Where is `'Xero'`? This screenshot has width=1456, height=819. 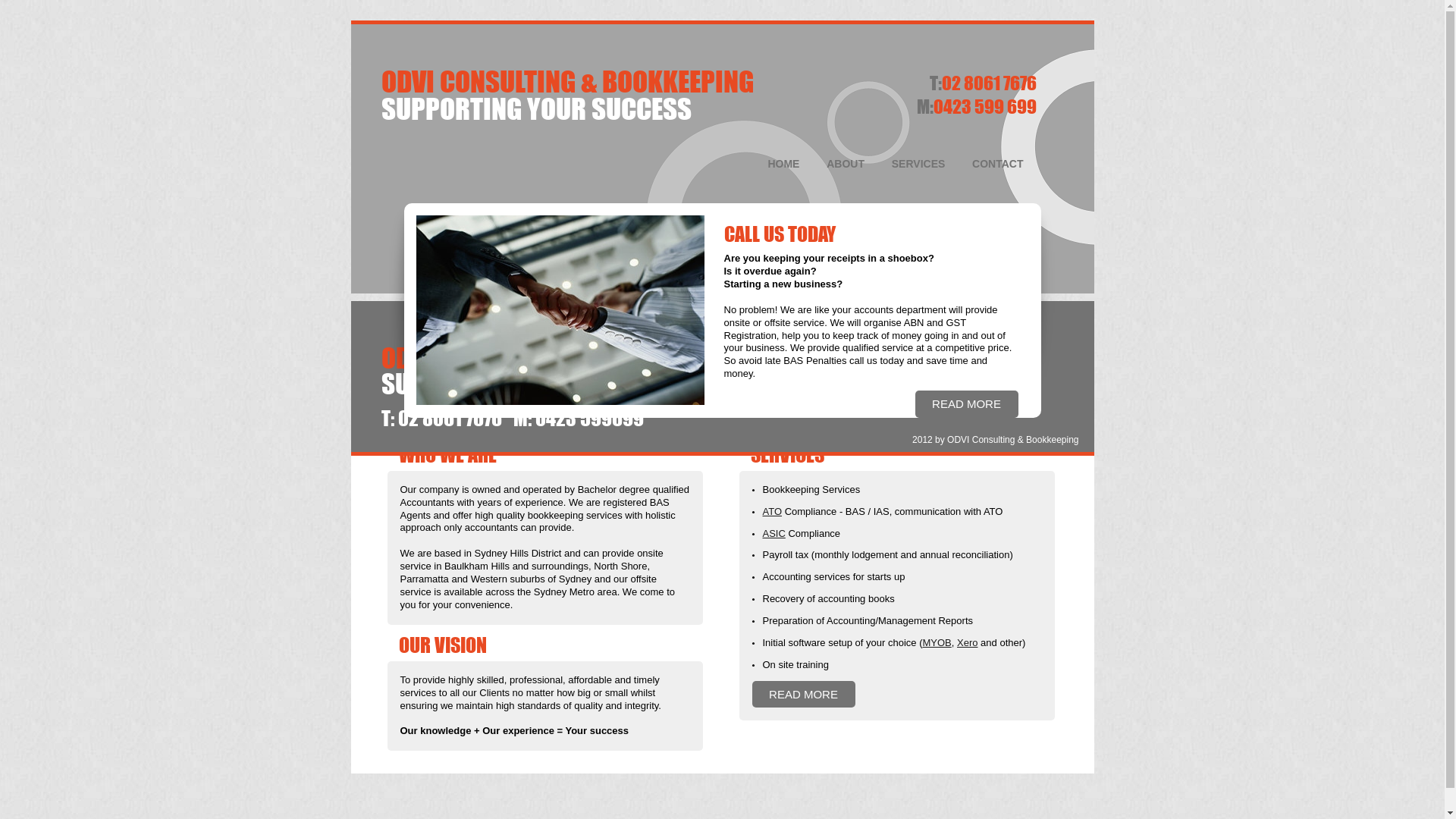 'Xero' is located at coordinates (956, 642).